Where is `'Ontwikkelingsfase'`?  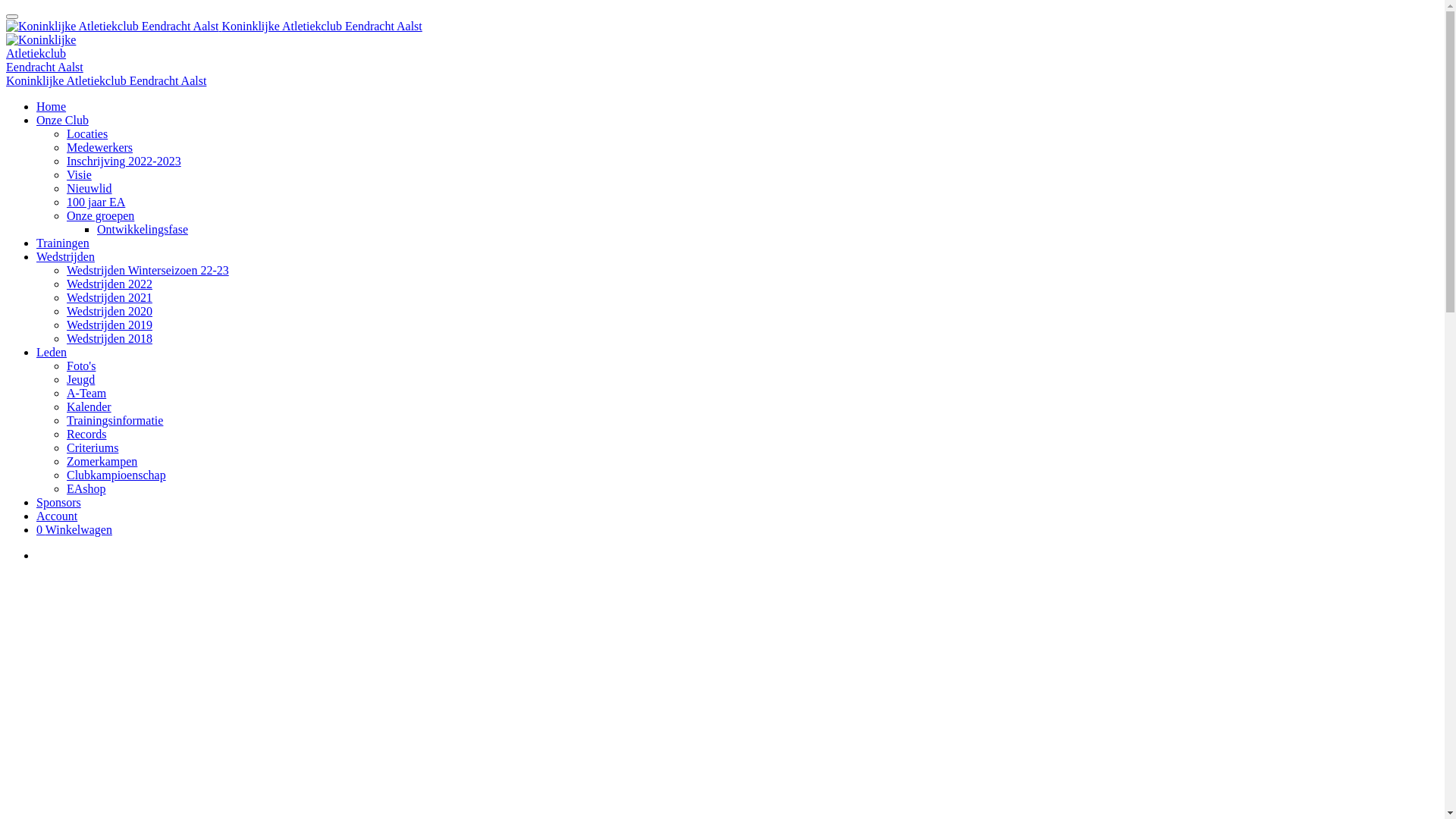 'Ontwikkelingsfase' is located at coordinates (142, 229).